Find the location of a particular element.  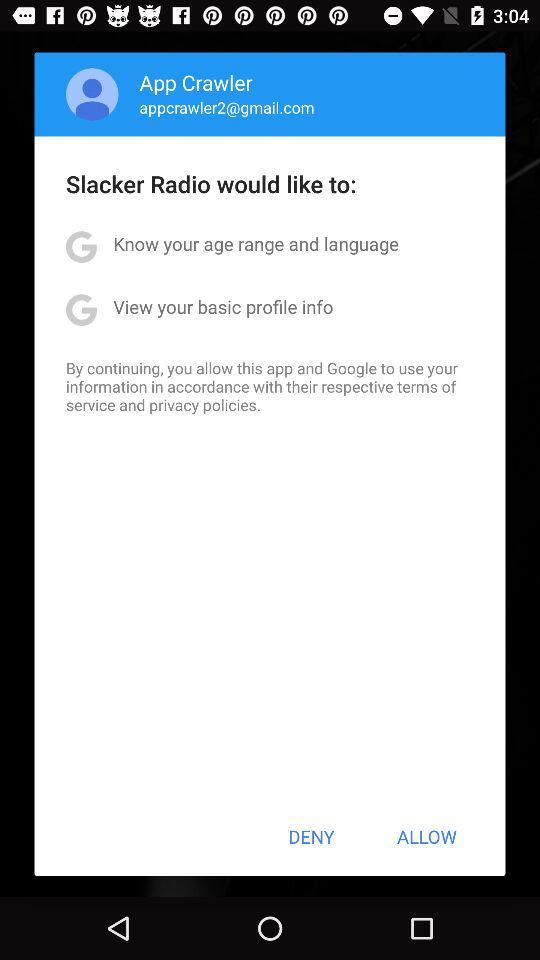

the app crawler is located at coordinates (196, 82).